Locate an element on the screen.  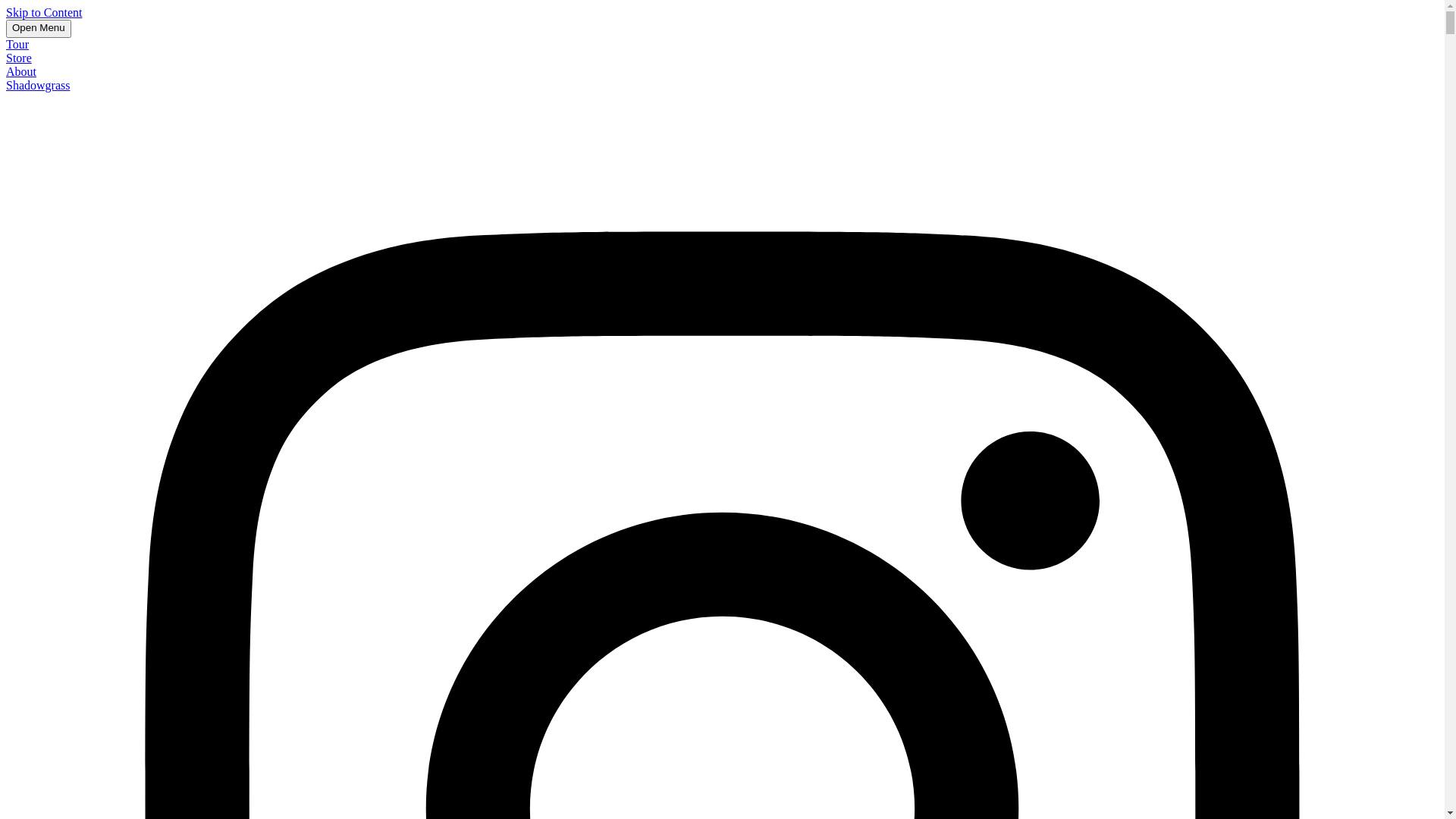
'Tour' is located at coordinates (6, 43).